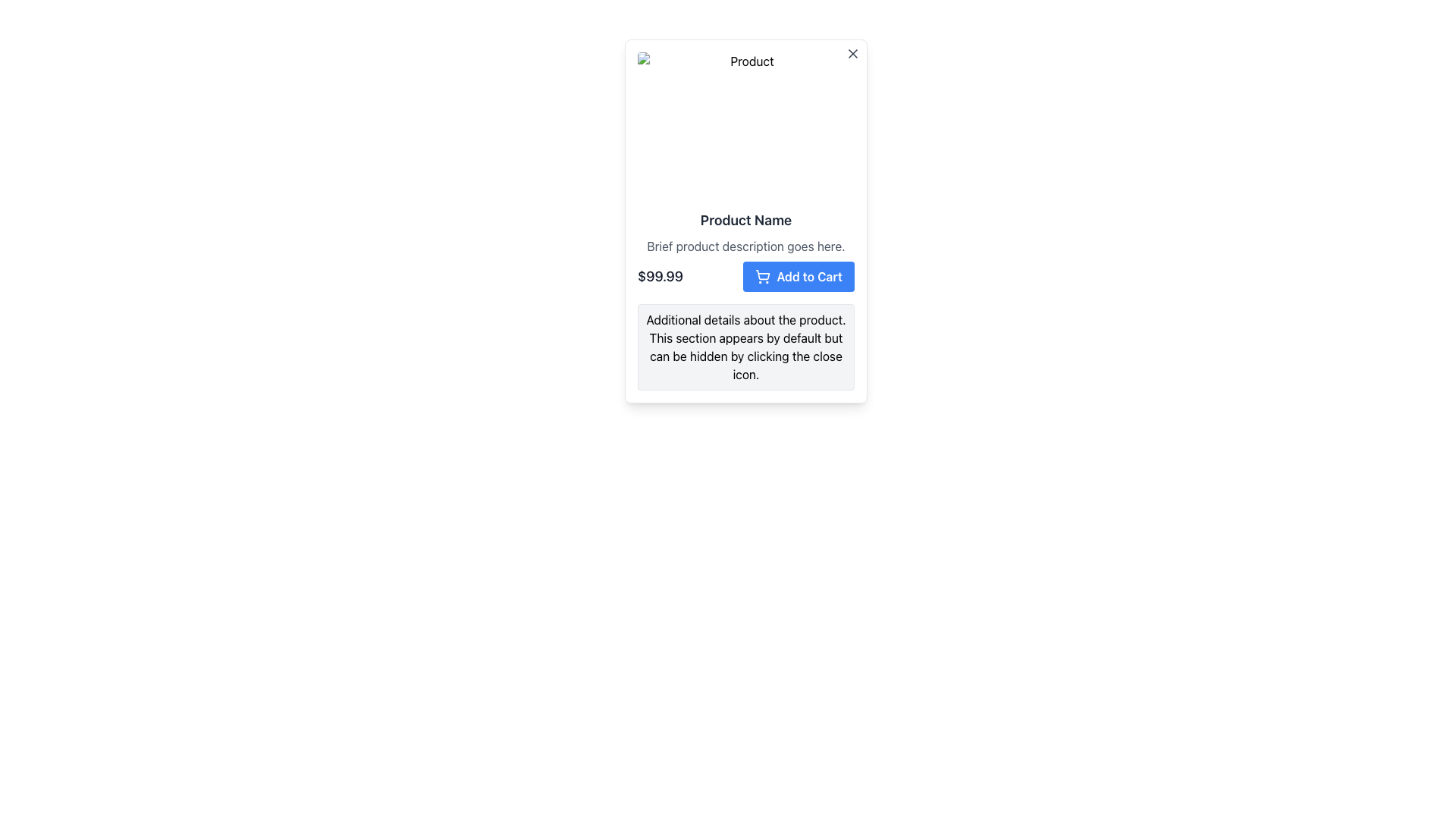 Image resolution: width=1456 pixels, height=819 pixels. What do you see at coordinates (745, 245) in the screenshot?
I see `the text component displaying 'Brief product description goes here.' which is styled in muted gray and positioned below the product name and above the pricing section` at bounding box center [745, 245].